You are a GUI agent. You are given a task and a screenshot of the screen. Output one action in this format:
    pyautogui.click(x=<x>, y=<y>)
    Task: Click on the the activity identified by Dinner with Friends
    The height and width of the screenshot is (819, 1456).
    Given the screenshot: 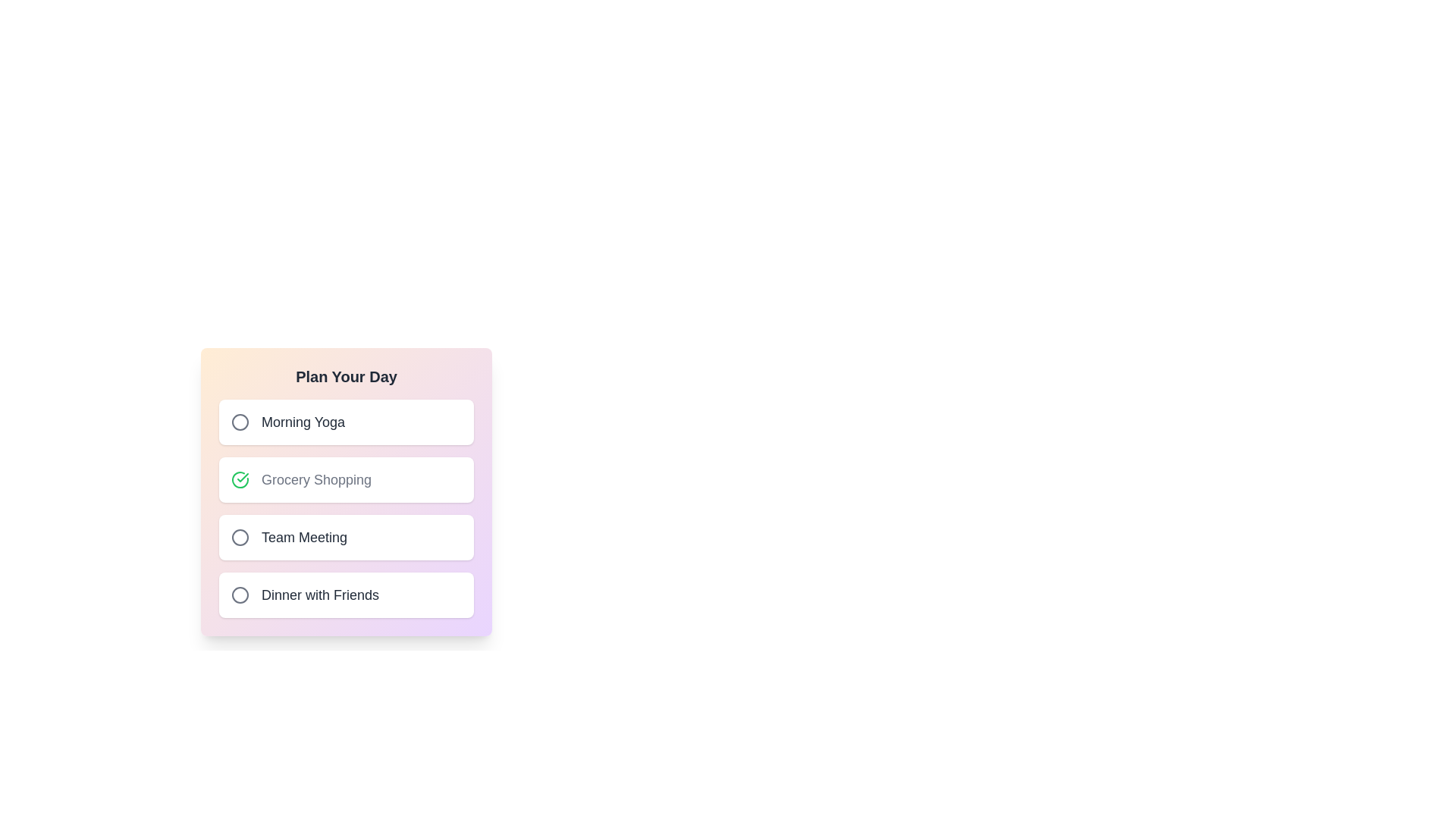 What is the action you would take?
    pyautogui.click(x=239, y=595)
    